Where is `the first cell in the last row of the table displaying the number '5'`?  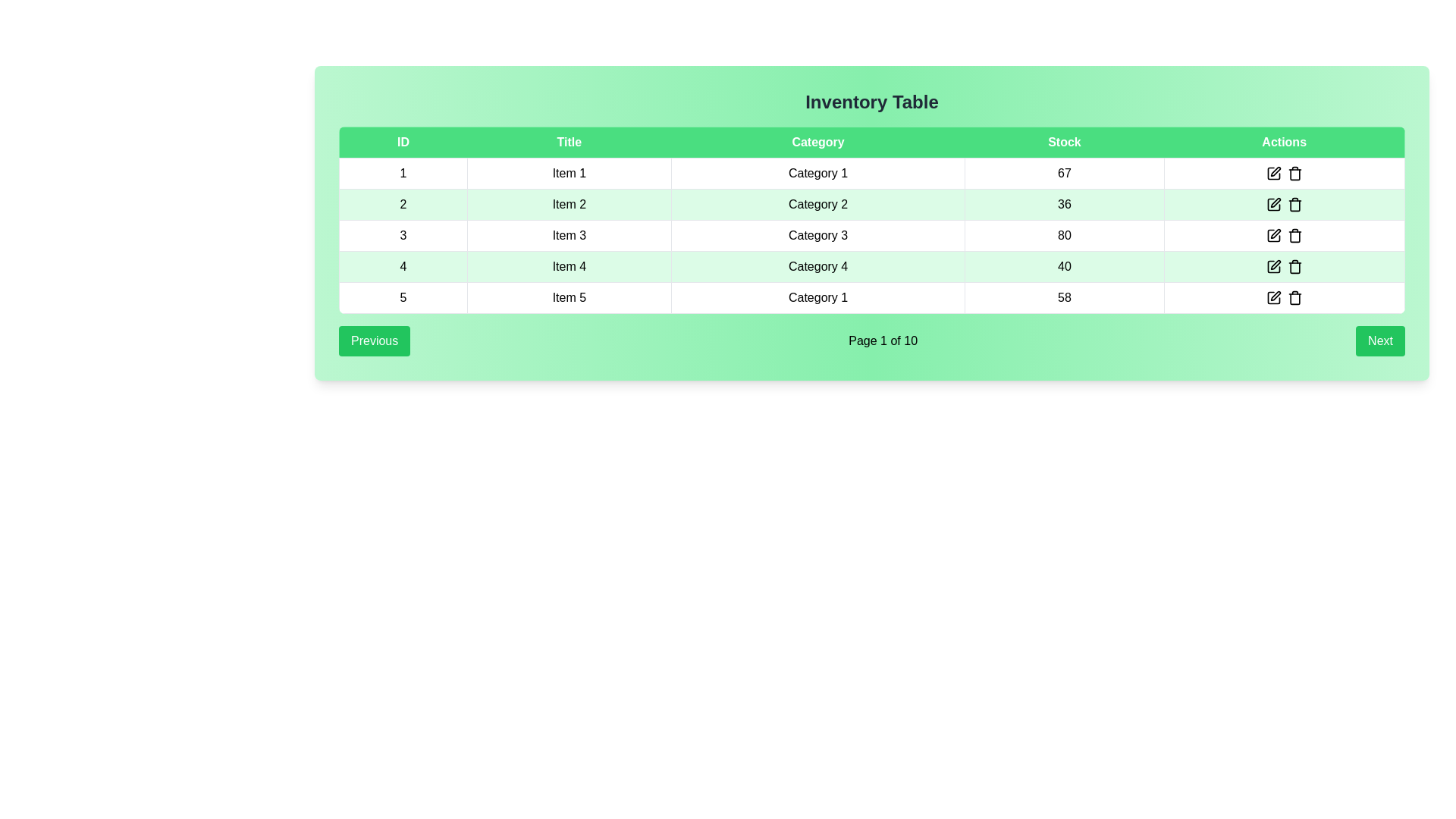 the first cell in the last row of the table displaying the number '5' is located at coordinates (403, 298).